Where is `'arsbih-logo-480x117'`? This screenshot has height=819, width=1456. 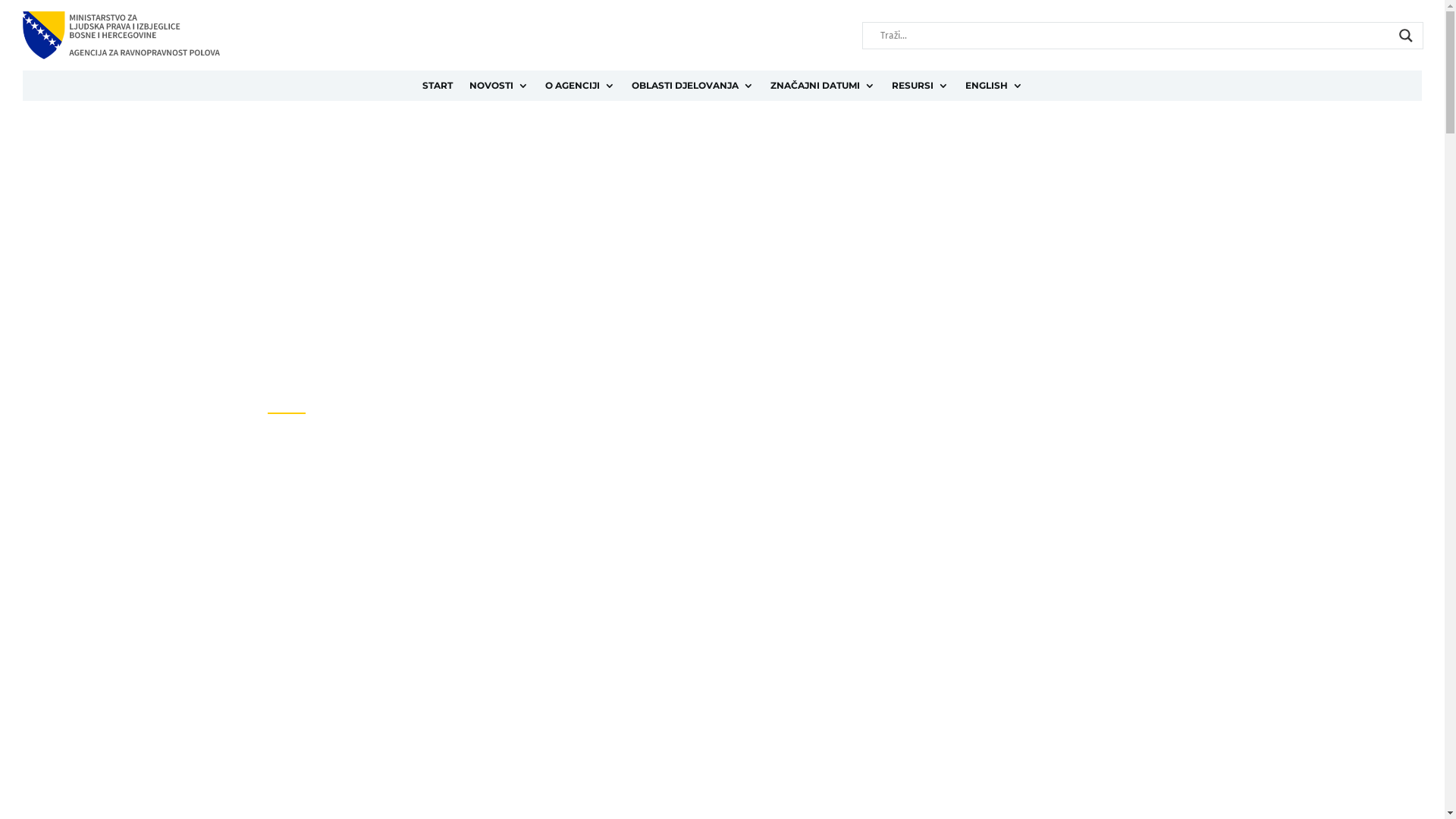
'arsbih-logo-480x117' is located at coordinates (120, 34).